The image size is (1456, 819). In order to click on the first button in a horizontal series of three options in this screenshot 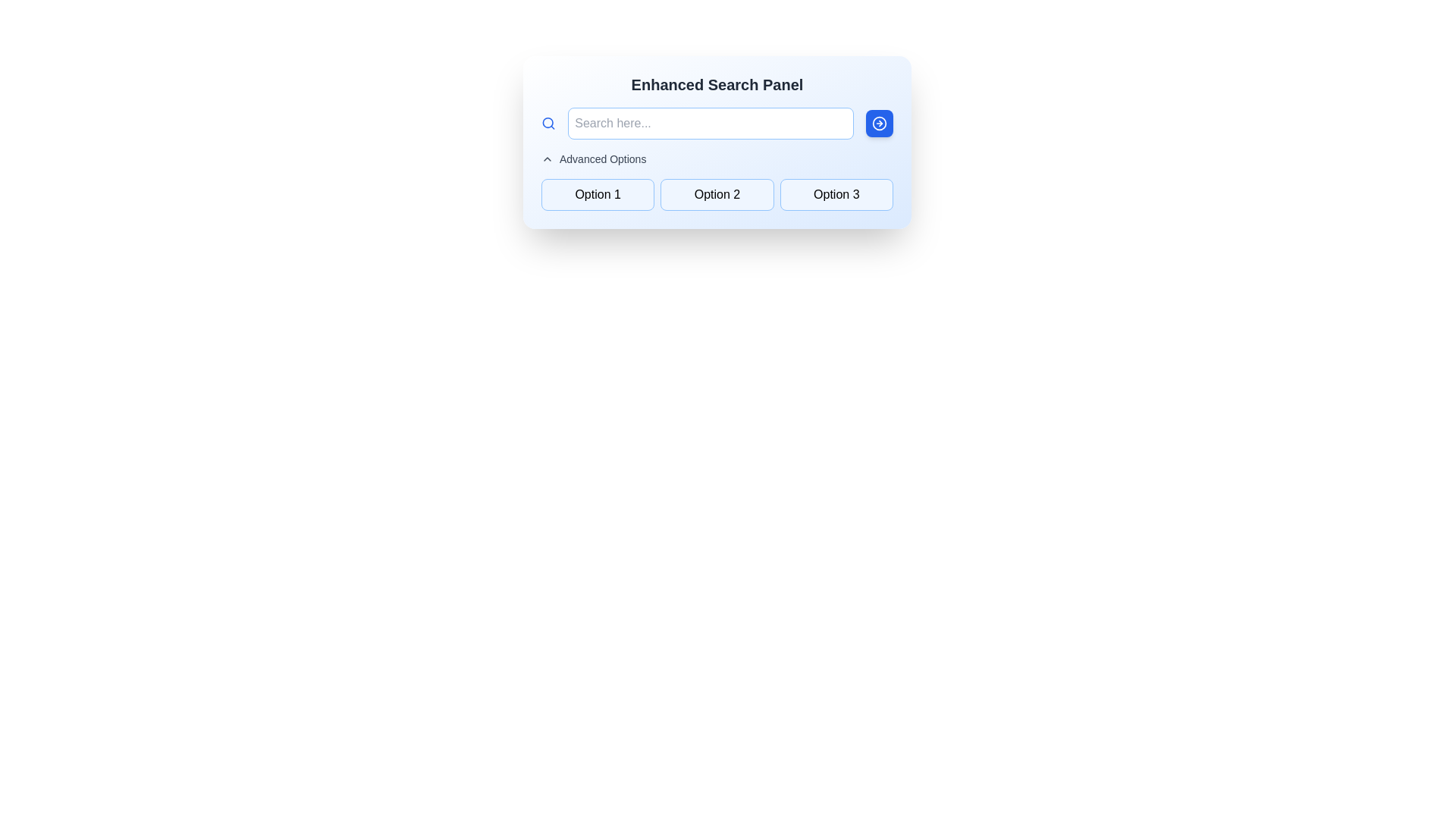, I will do `click(597, 194)`.